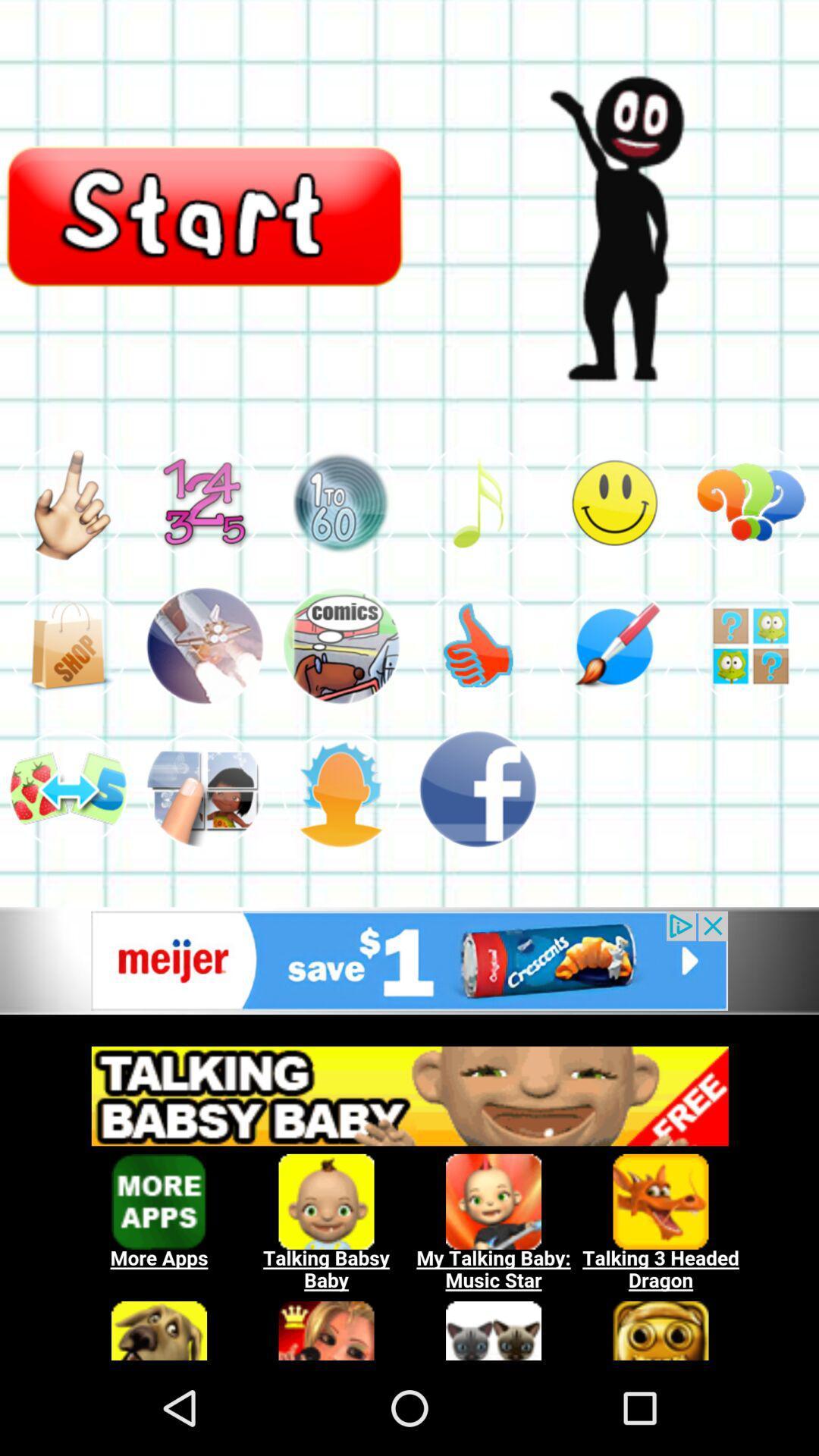 This screenshot has width=819, height=1456. What do you see at coordinates (476, 789) in the screenshot?
I see `open facebook` at bounding box center [476, 789].